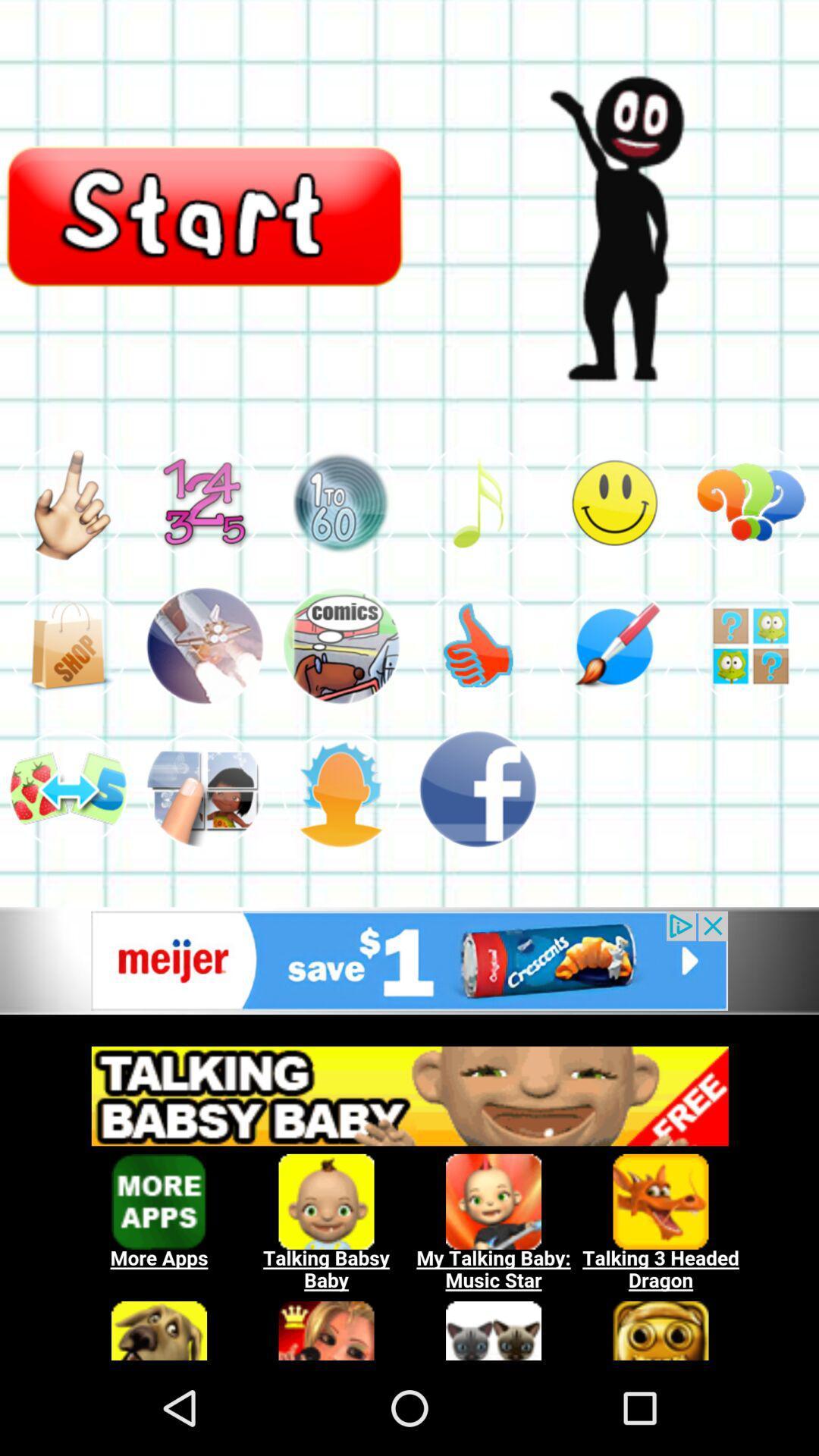 This screenshot has width=819, height=1456. What do you see at coordinates (476, 789) in the screenshot?
I see `open facebook` at bounding box center [476, 789].